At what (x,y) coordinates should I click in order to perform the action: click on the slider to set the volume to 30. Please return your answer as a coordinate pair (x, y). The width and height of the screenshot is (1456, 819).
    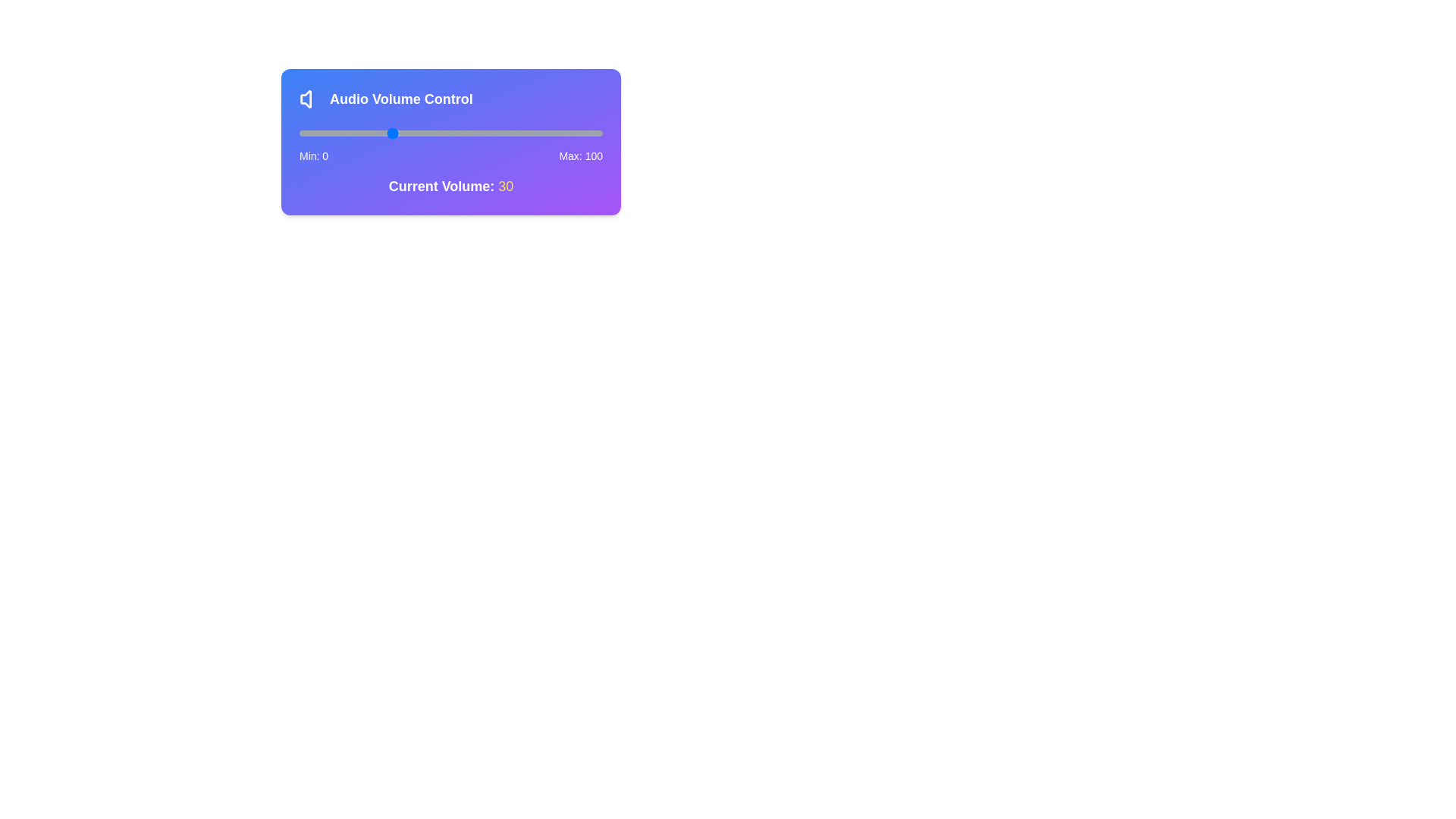
    Looking at the image, I should click on (390, 133).